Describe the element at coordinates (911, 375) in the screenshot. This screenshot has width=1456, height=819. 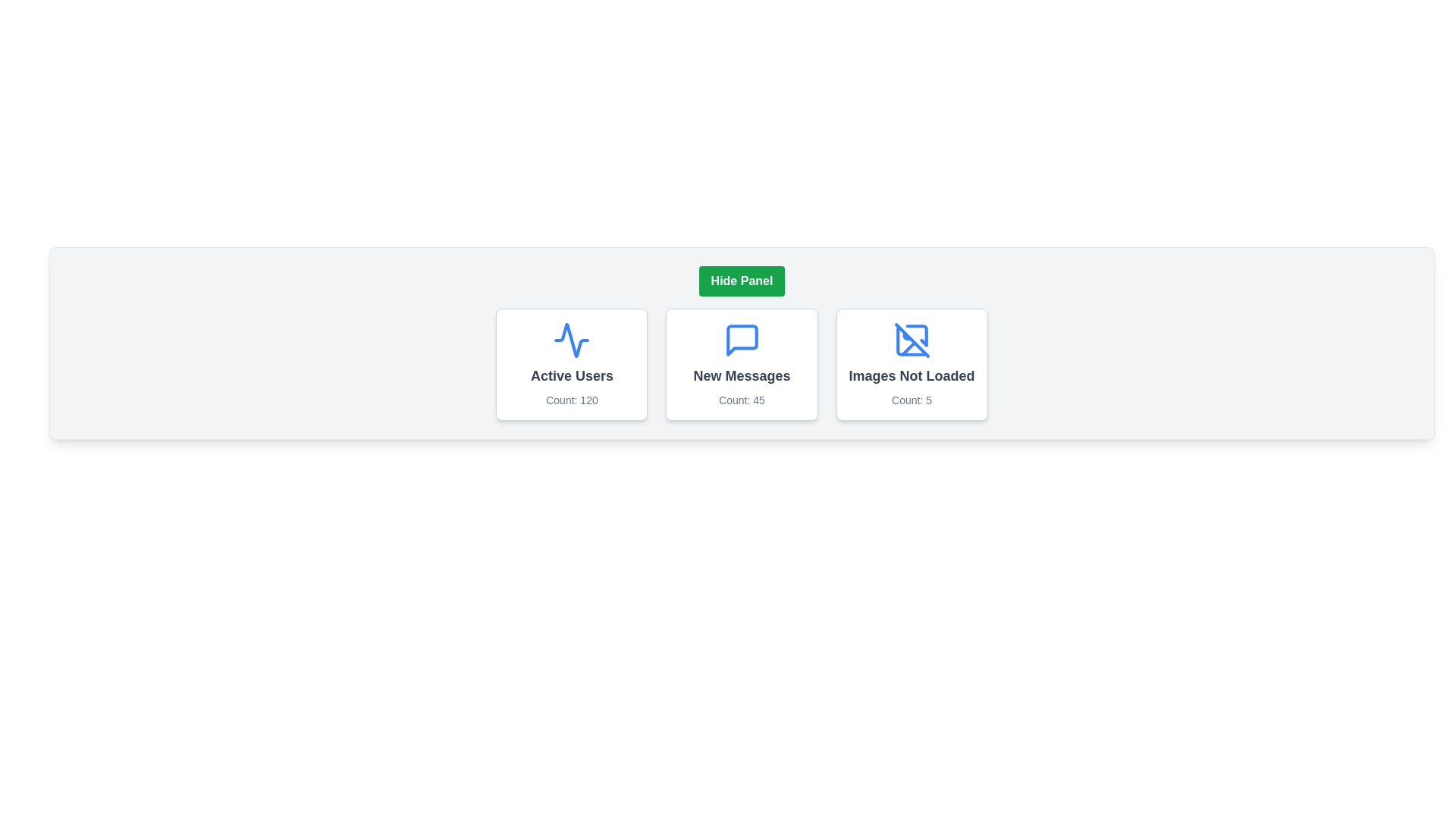
I see `the bold gray text label "Images Not Loaded" located beneath the icon for unloaded images within the rightmost card tile` at that location.